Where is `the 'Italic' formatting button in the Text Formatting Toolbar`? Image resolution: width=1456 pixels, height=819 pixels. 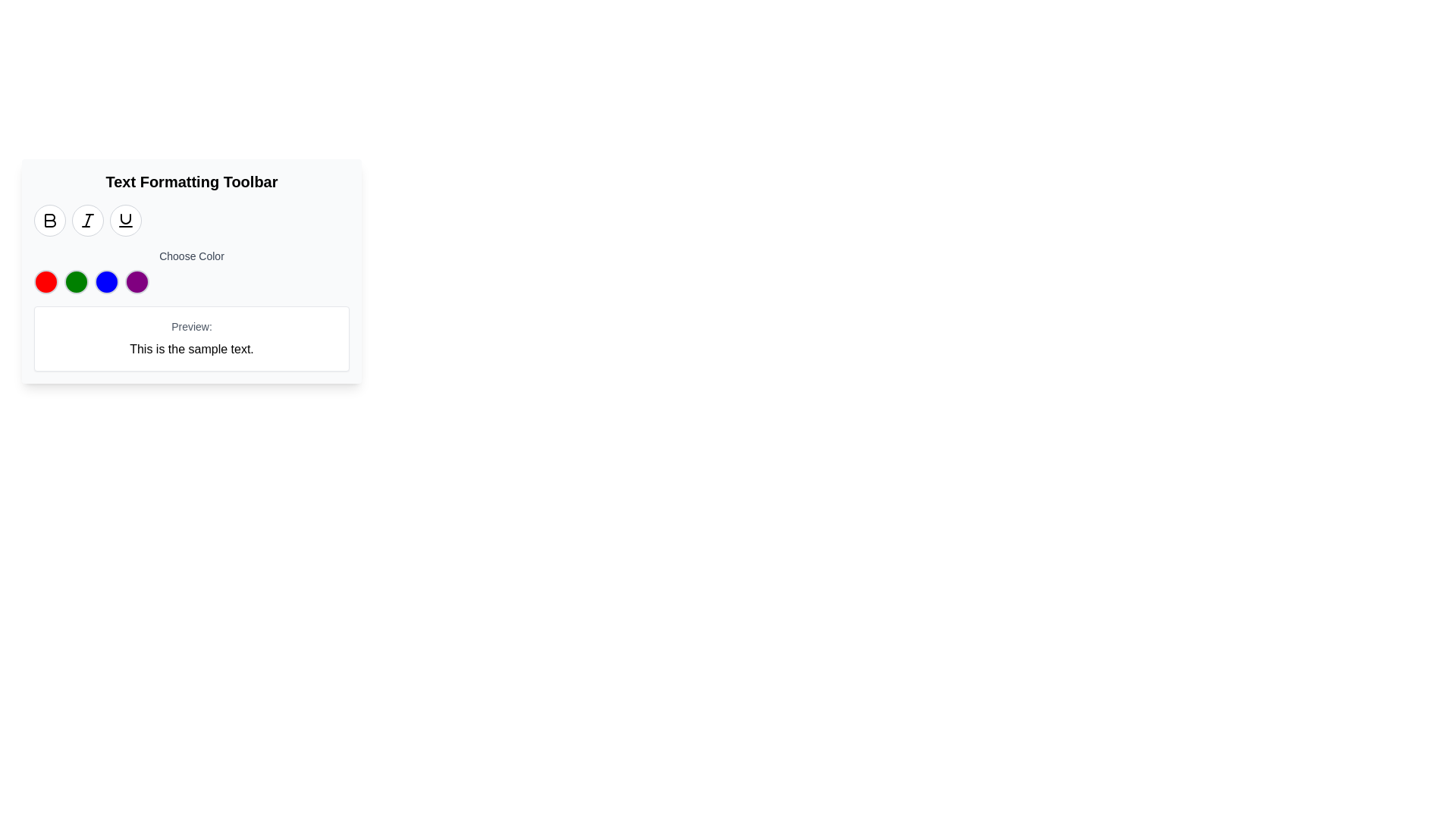 the 'Italic' formatting button in the Text Formatting Toolbar is located at coordinates (86, 220).